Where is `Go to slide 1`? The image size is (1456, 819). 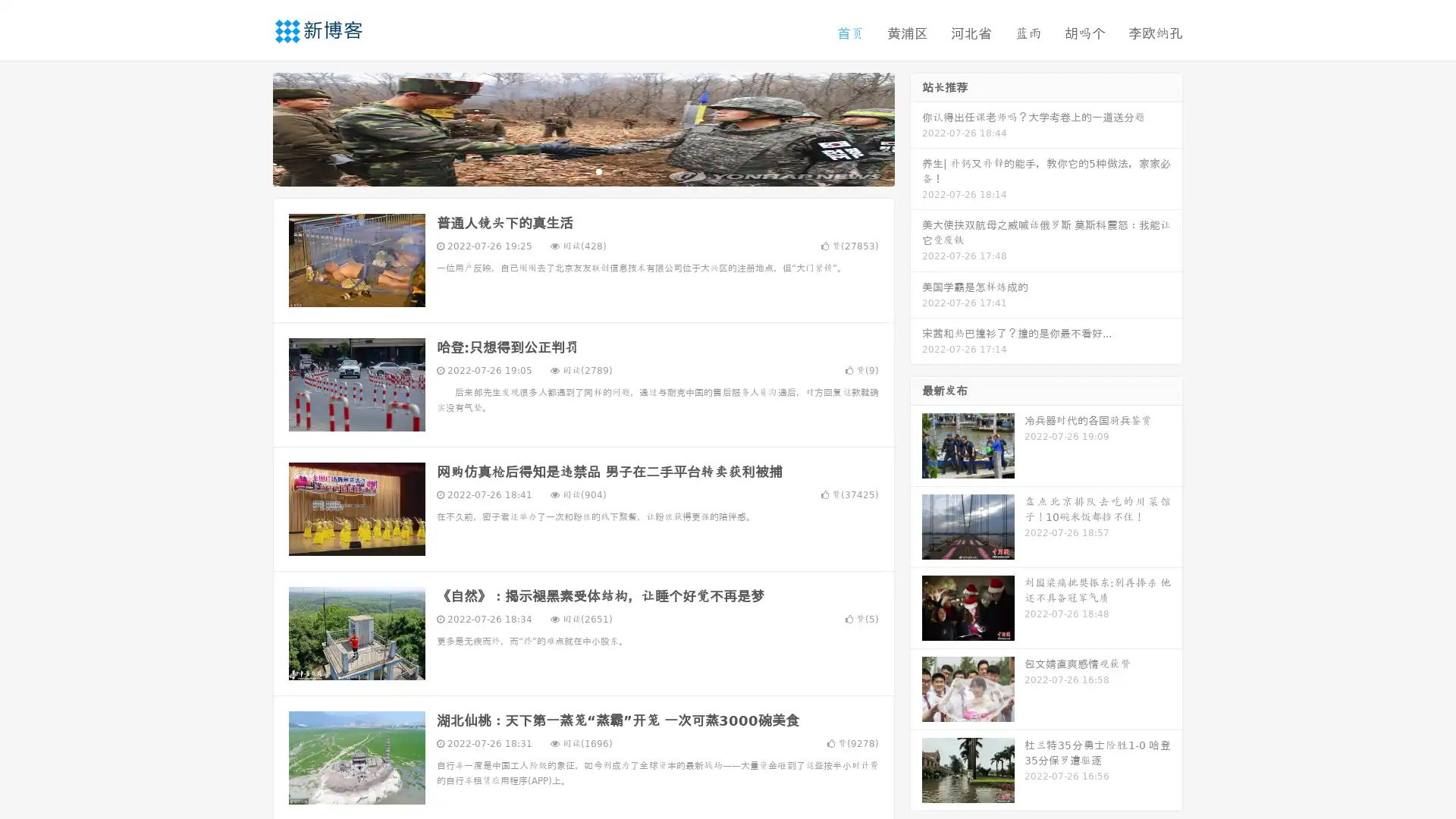 Go to slide 1 is located at coordinates (567, 171).